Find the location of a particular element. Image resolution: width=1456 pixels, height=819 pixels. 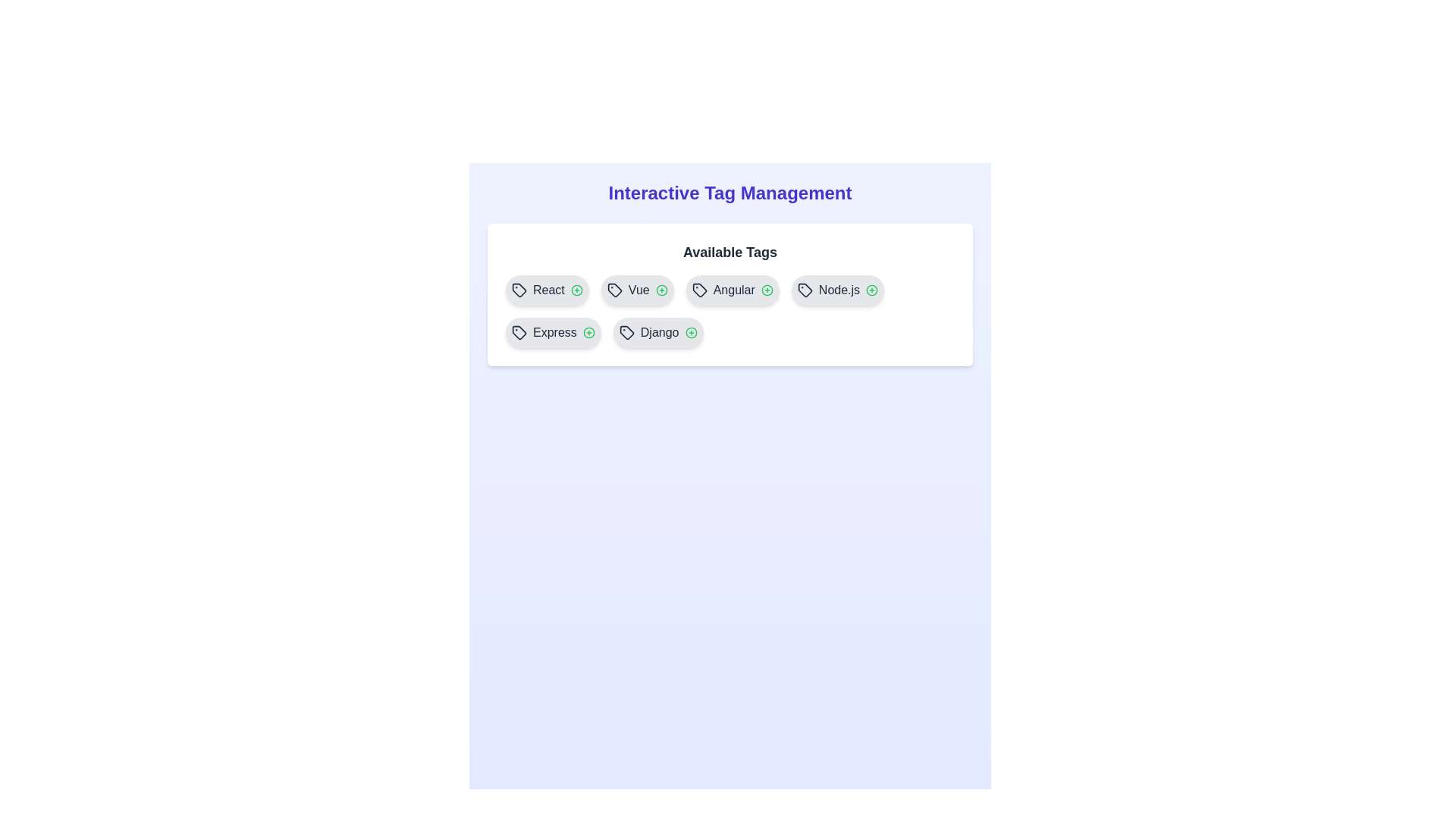

the 'Node.js' button, which is a capsule-shaped button with a light gray background and darker text, located is located at coordinates (836, 290).